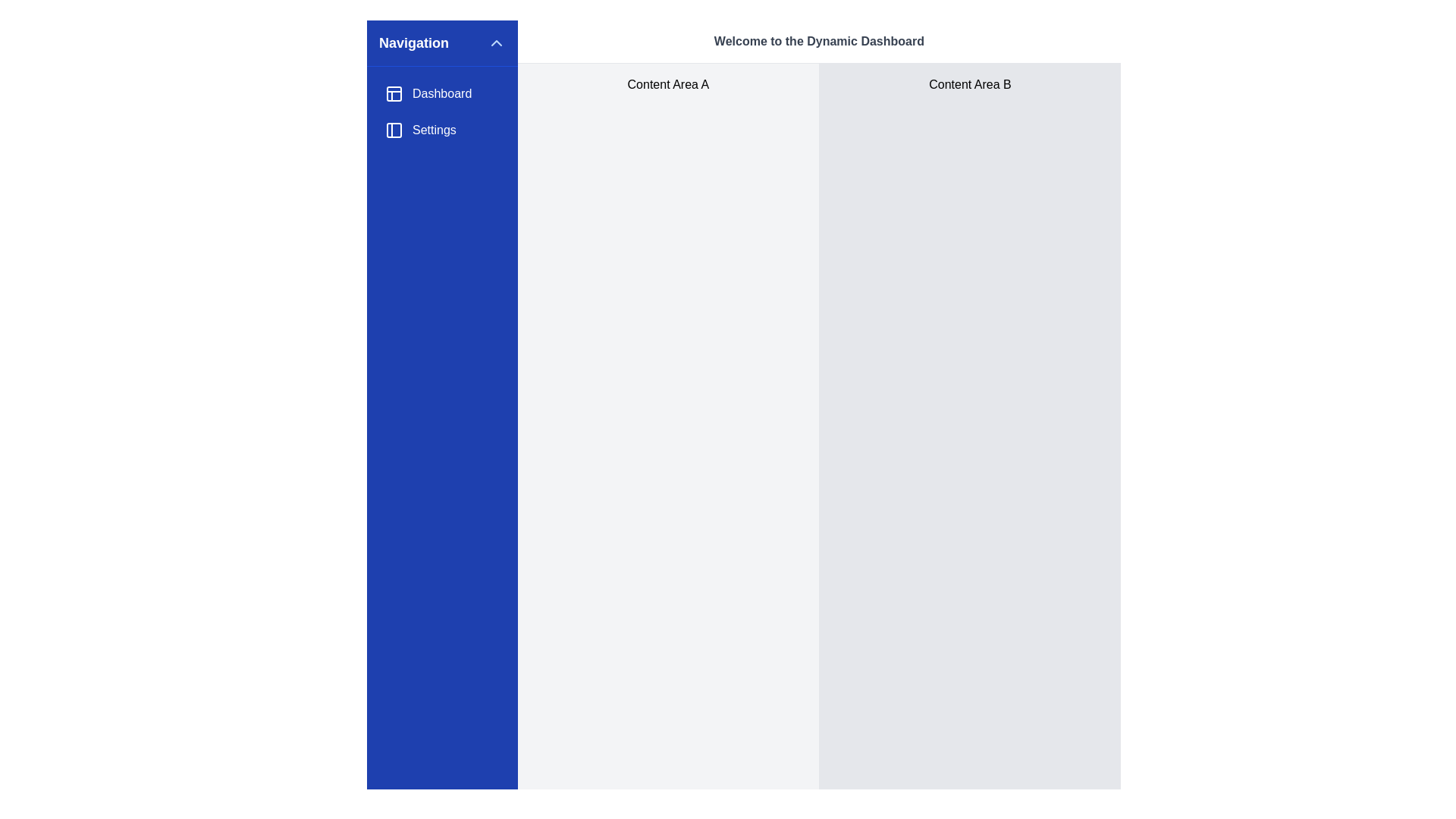  What do you see at coordinates (441, 130) in the screenshot?
I see `the 'Settings' button` at bounding box center [441, 130].